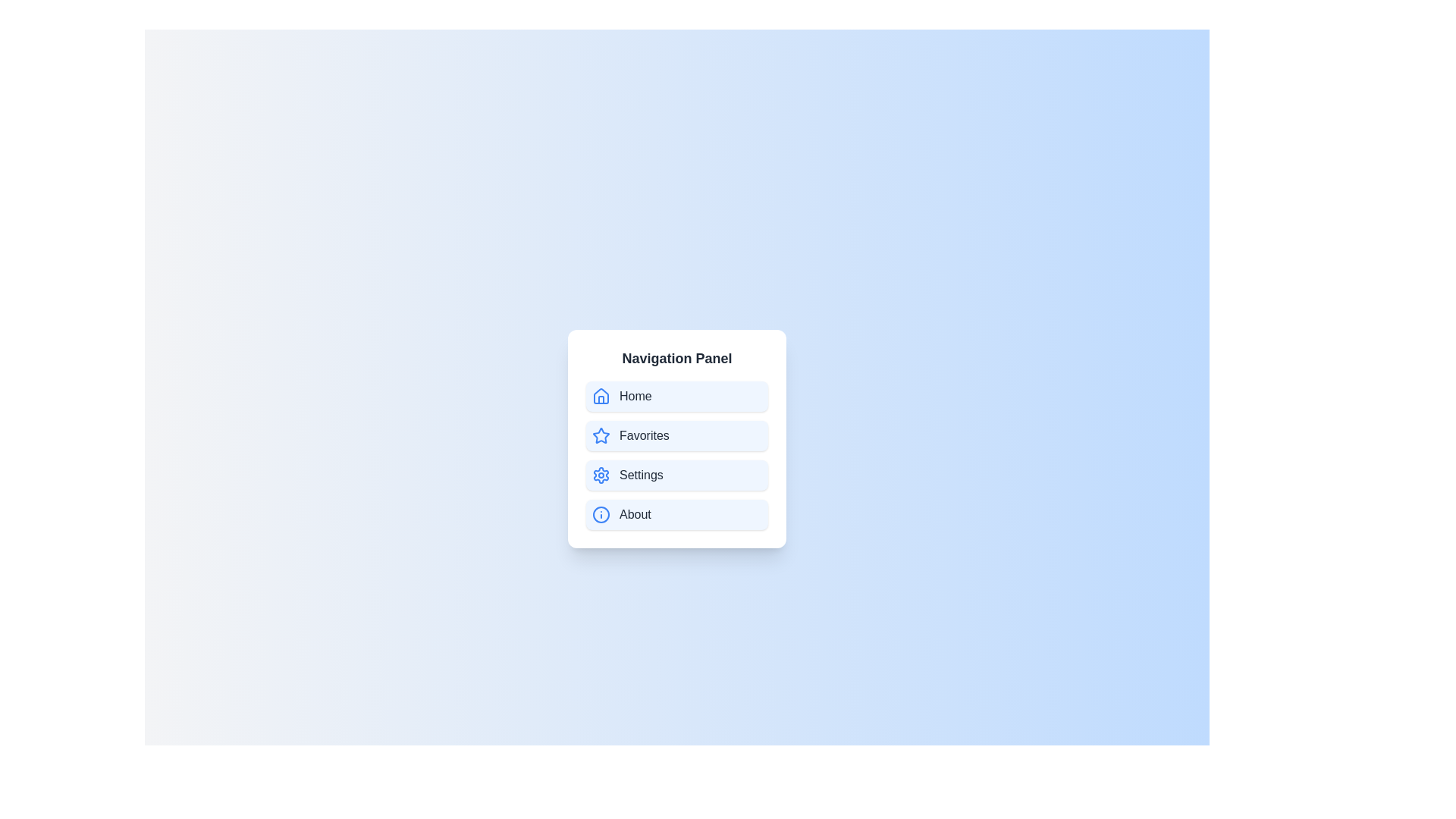 Image resolution: width=1456 pixels, height=819 pixels. What do you see at coordinates (600, 475) in the screenshot?
I see `the blue cogwheel icon, which is part of the 'Settings' button` at bounding box center [600, 475].